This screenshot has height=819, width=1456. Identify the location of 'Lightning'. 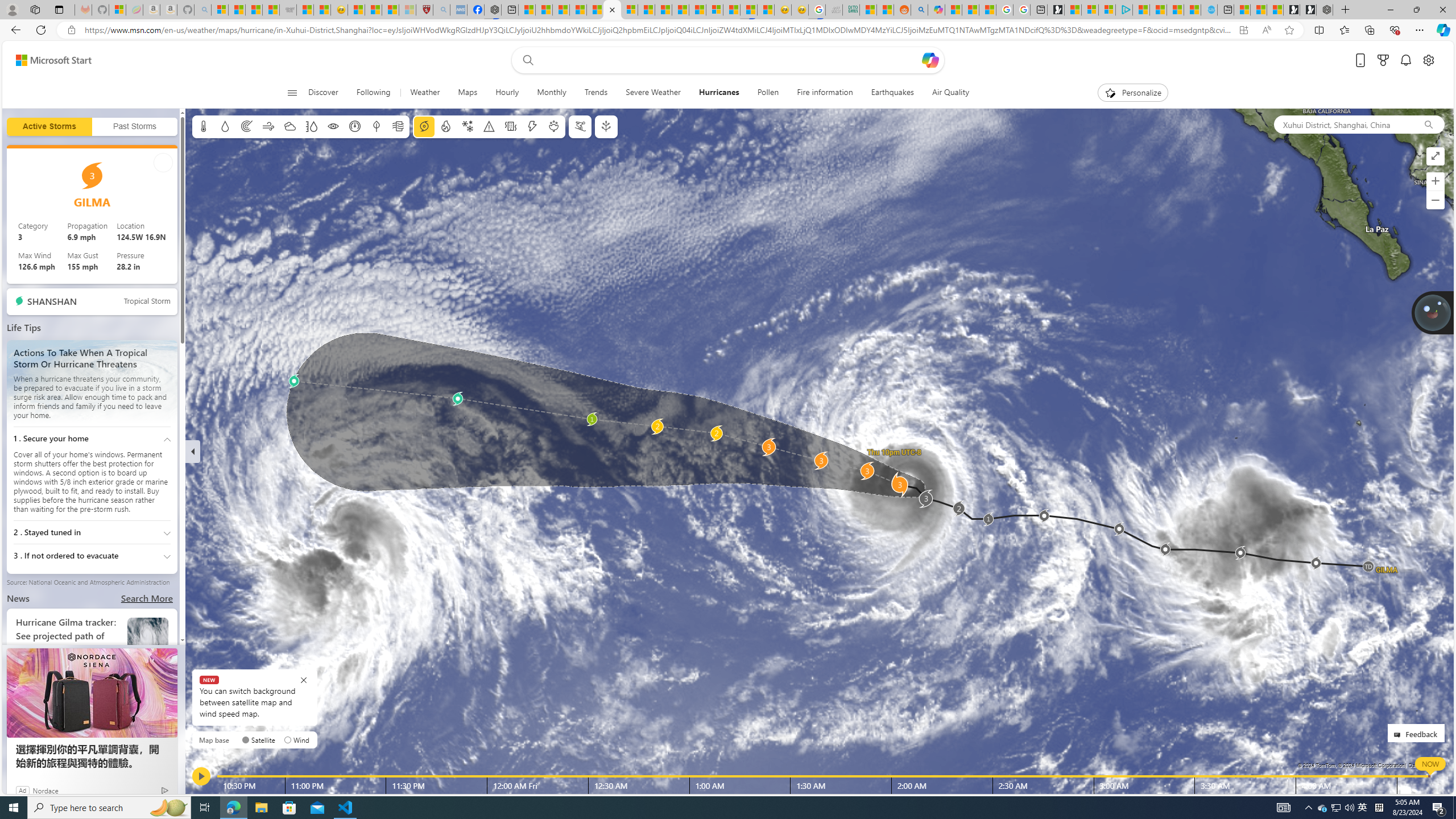
(532, 126).